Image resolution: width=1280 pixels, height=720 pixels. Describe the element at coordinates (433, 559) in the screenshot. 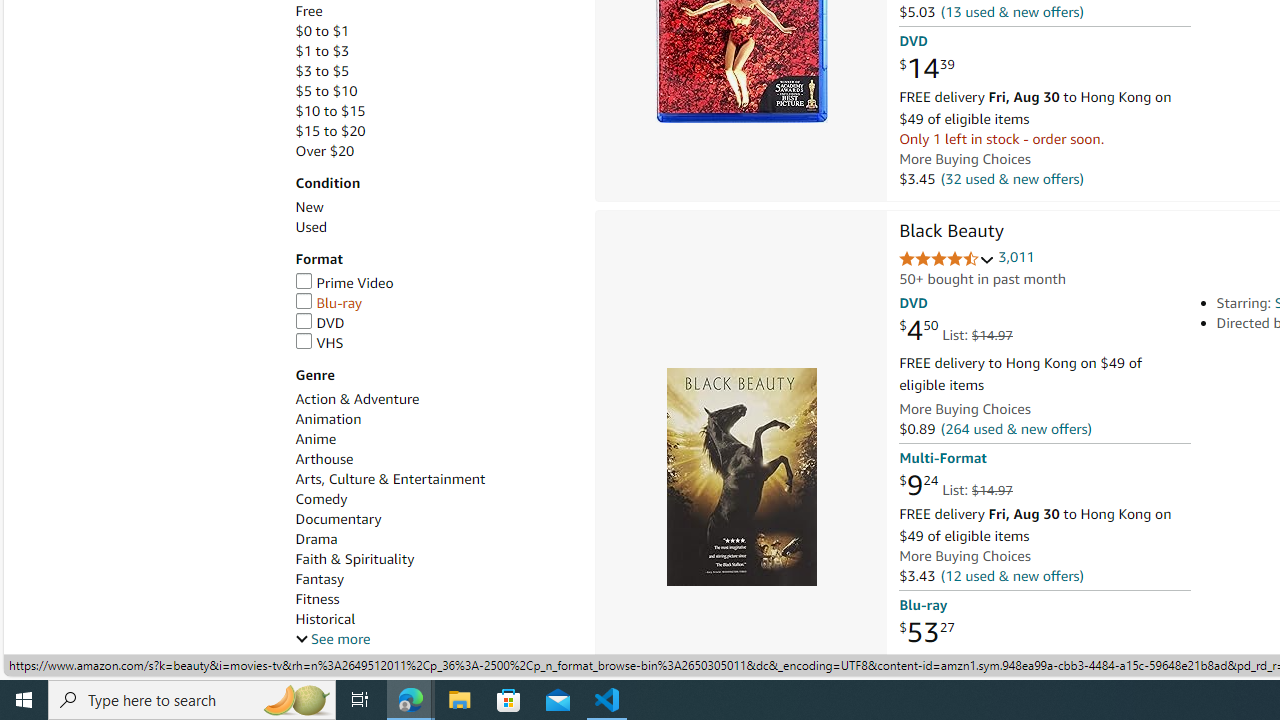

I see `'Faith & Spirituality'` at that location.